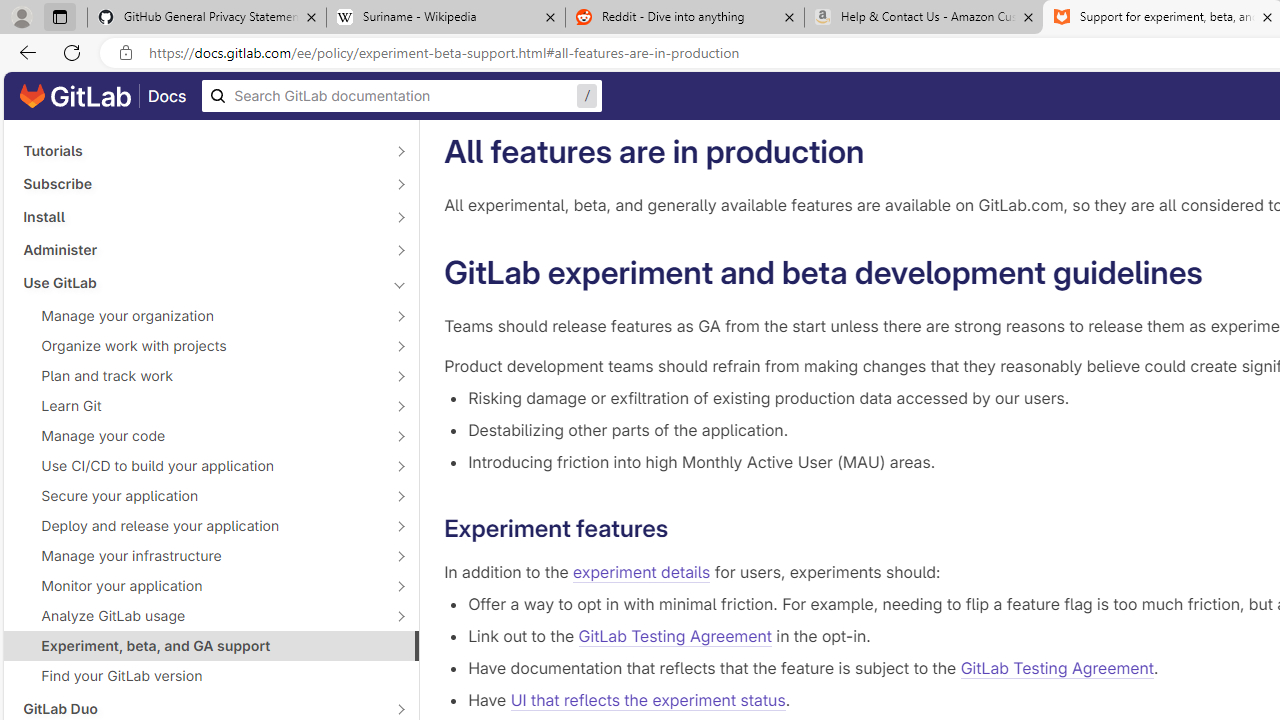  What do you see at coordinates (200, 465) in the screenshot?
I see `'Use CI/CD to build your application'` at bounding box center [200, 465].